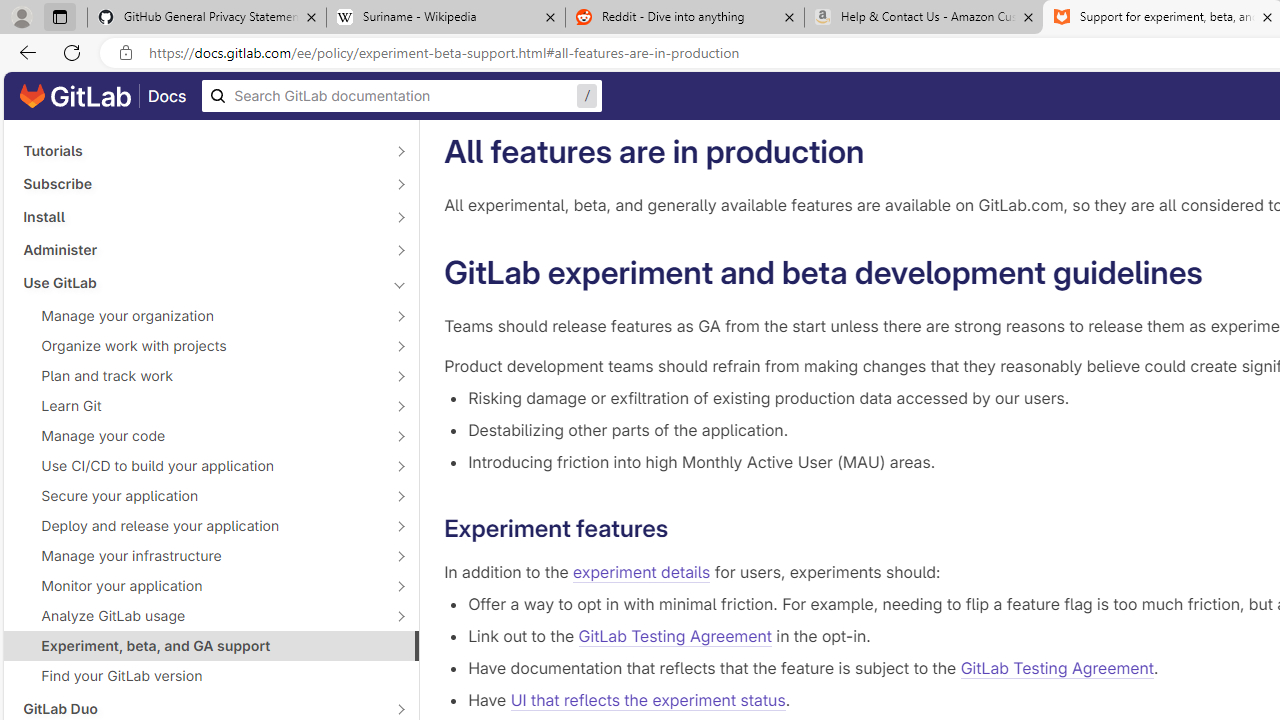  What do you see at coordinates (200, 465) in the screenshot?
I see `'Use CI/CD to build your application'` at bounding box center [200, 465].